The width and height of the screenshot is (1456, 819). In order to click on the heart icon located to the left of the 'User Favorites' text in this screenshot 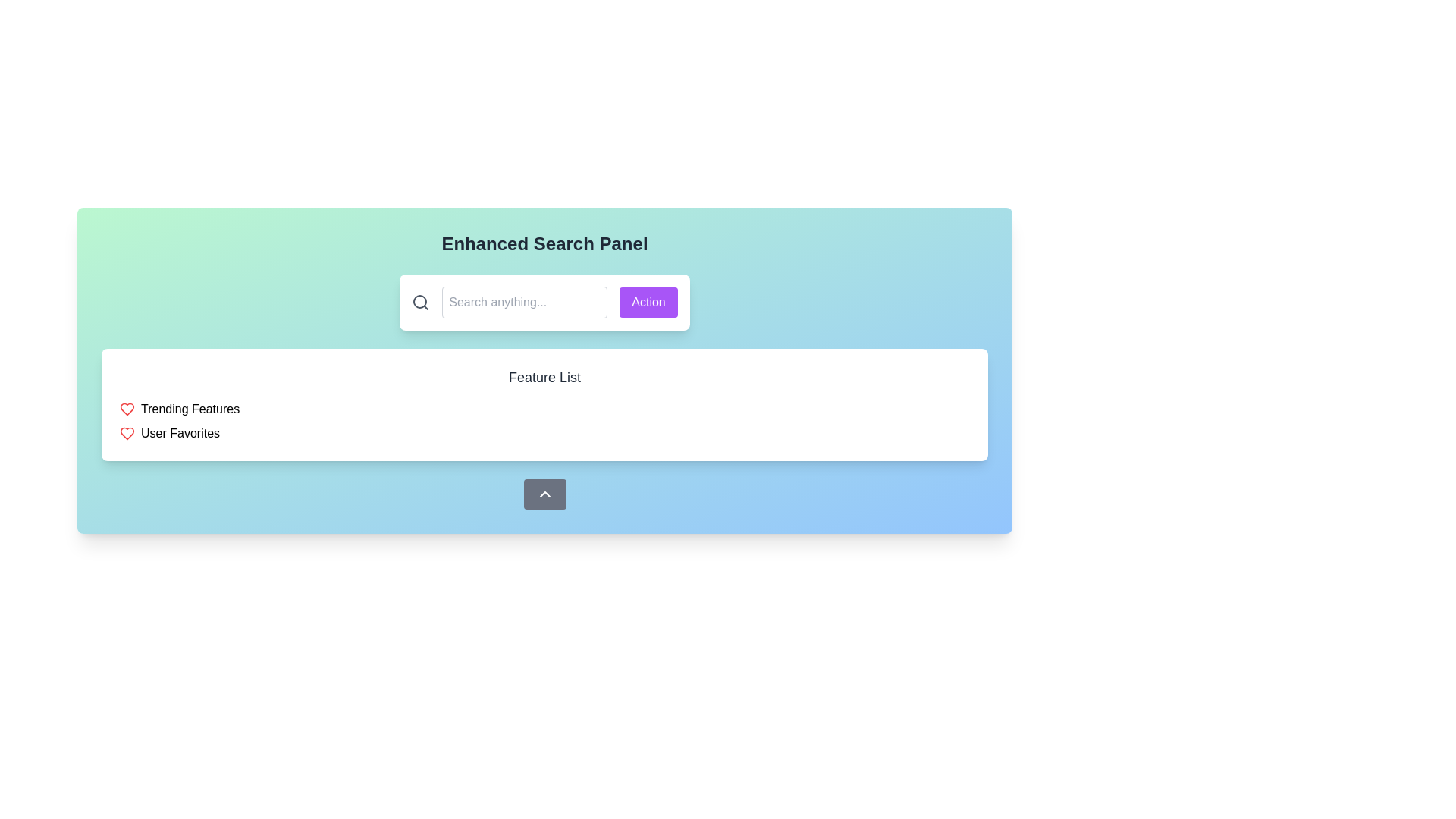, I will do `click(127, 433)`.